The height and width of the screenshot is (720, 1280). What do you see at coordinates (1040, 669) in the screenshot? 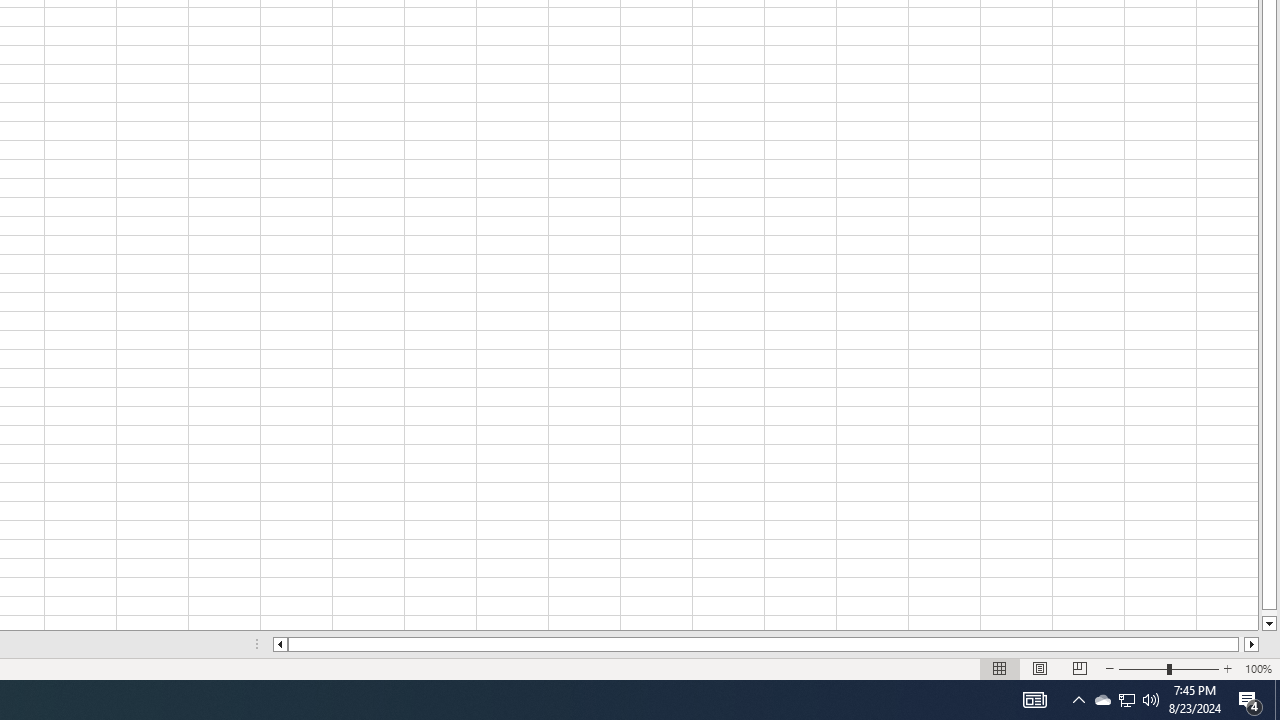
I see `'Page Layout'` at bounding box center [1040, 669].